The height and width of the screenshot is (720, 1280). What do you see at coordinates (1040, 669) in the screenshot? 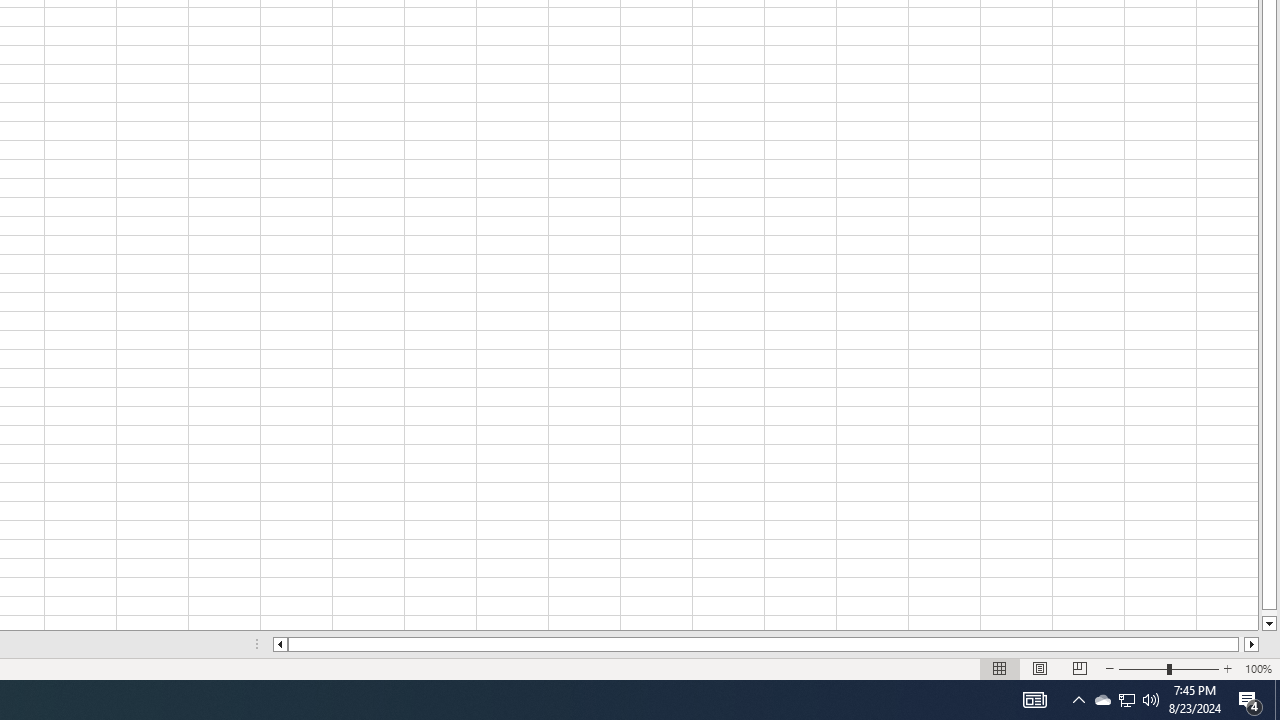
I see `'Page Layout'` at bounding box center [1040, 669].